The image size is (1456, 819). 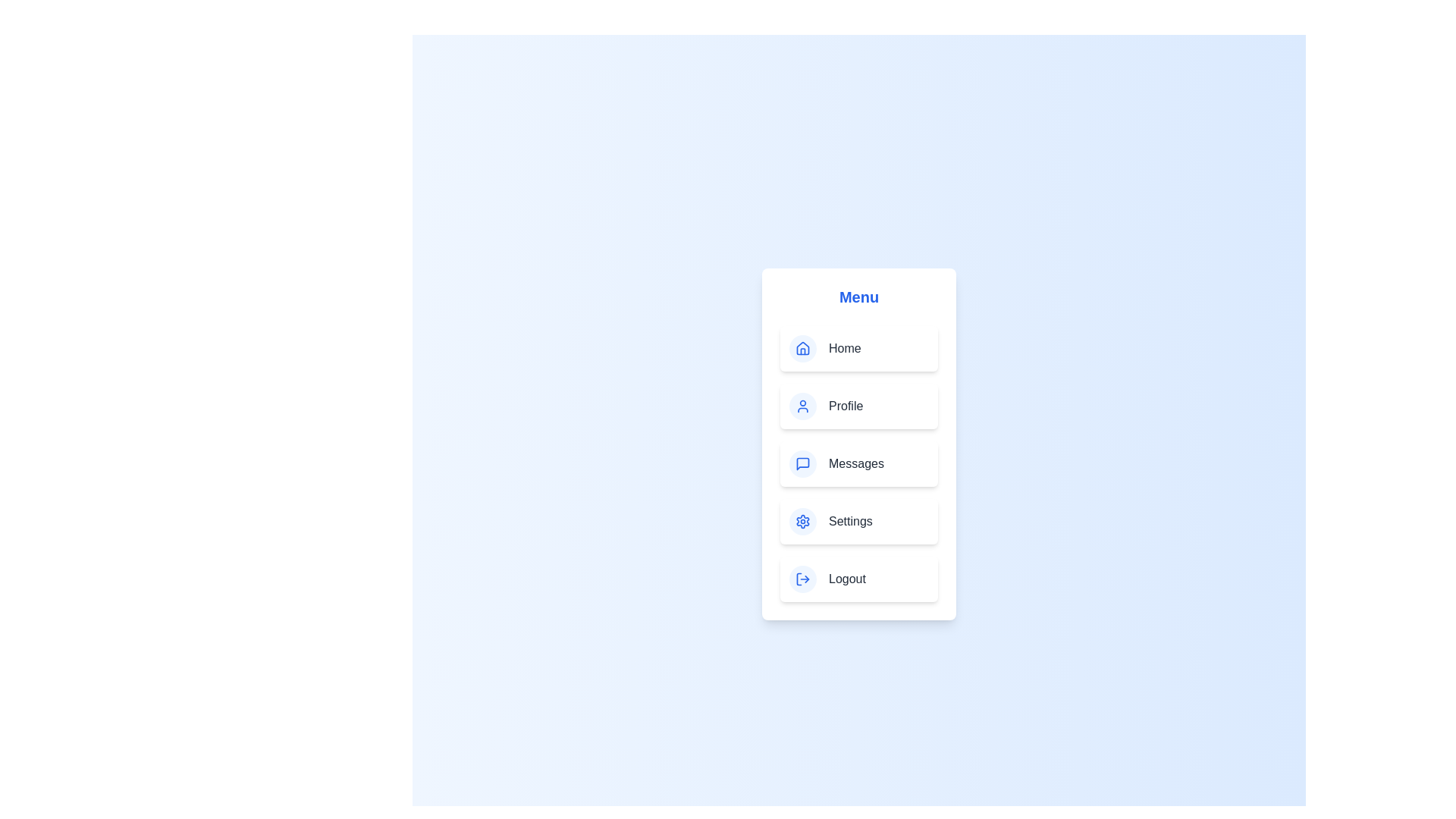 What do you see at coordinates (858, 348) in the screenshot?
I see `the menu item labeled Home` at bounding box center [858, 348].